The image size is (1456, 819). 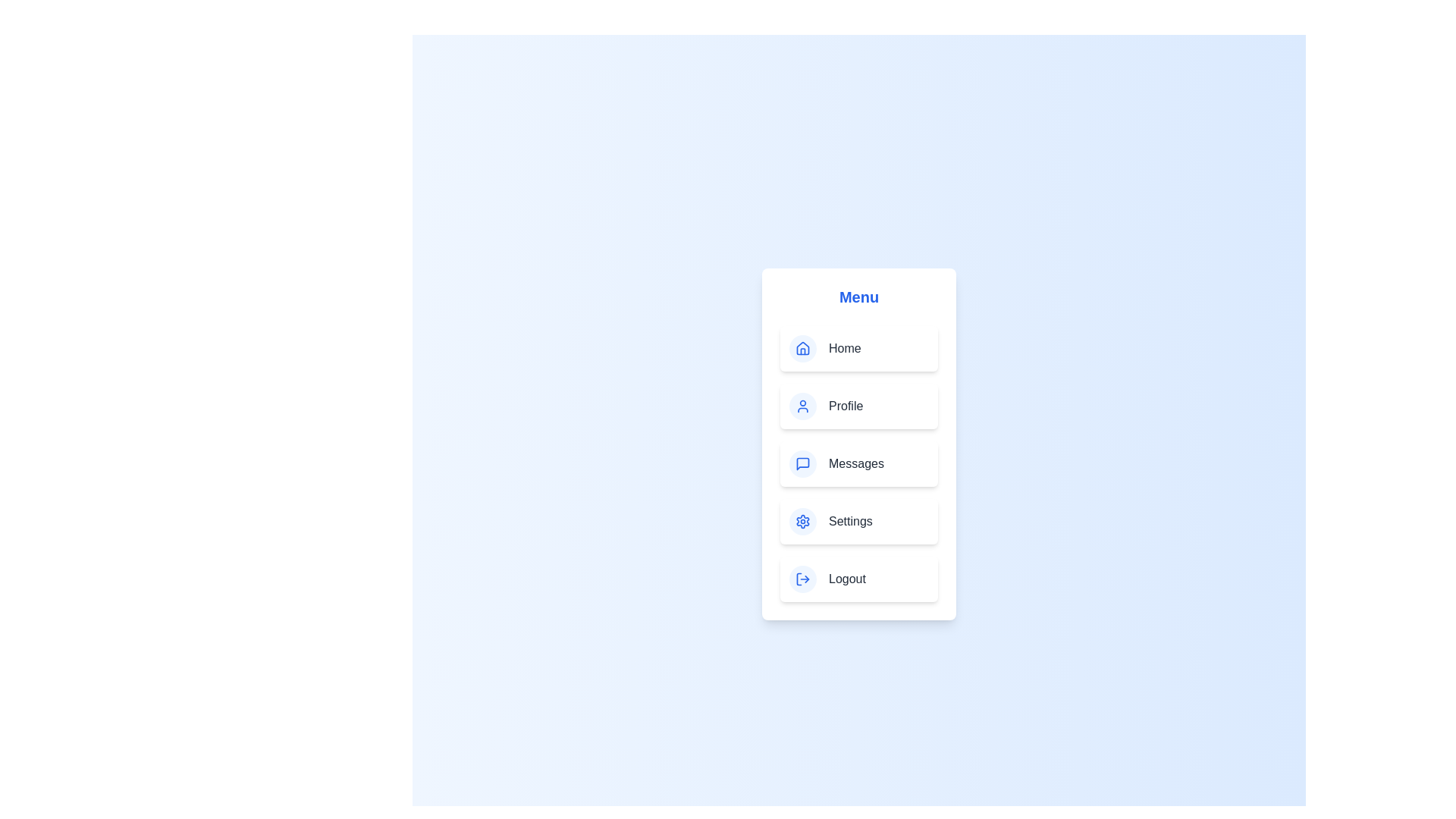 What do you see at coordinates (858, 348) in the screenshot?
I see `the menu item labeled Home` at bounding box center [858, 348].